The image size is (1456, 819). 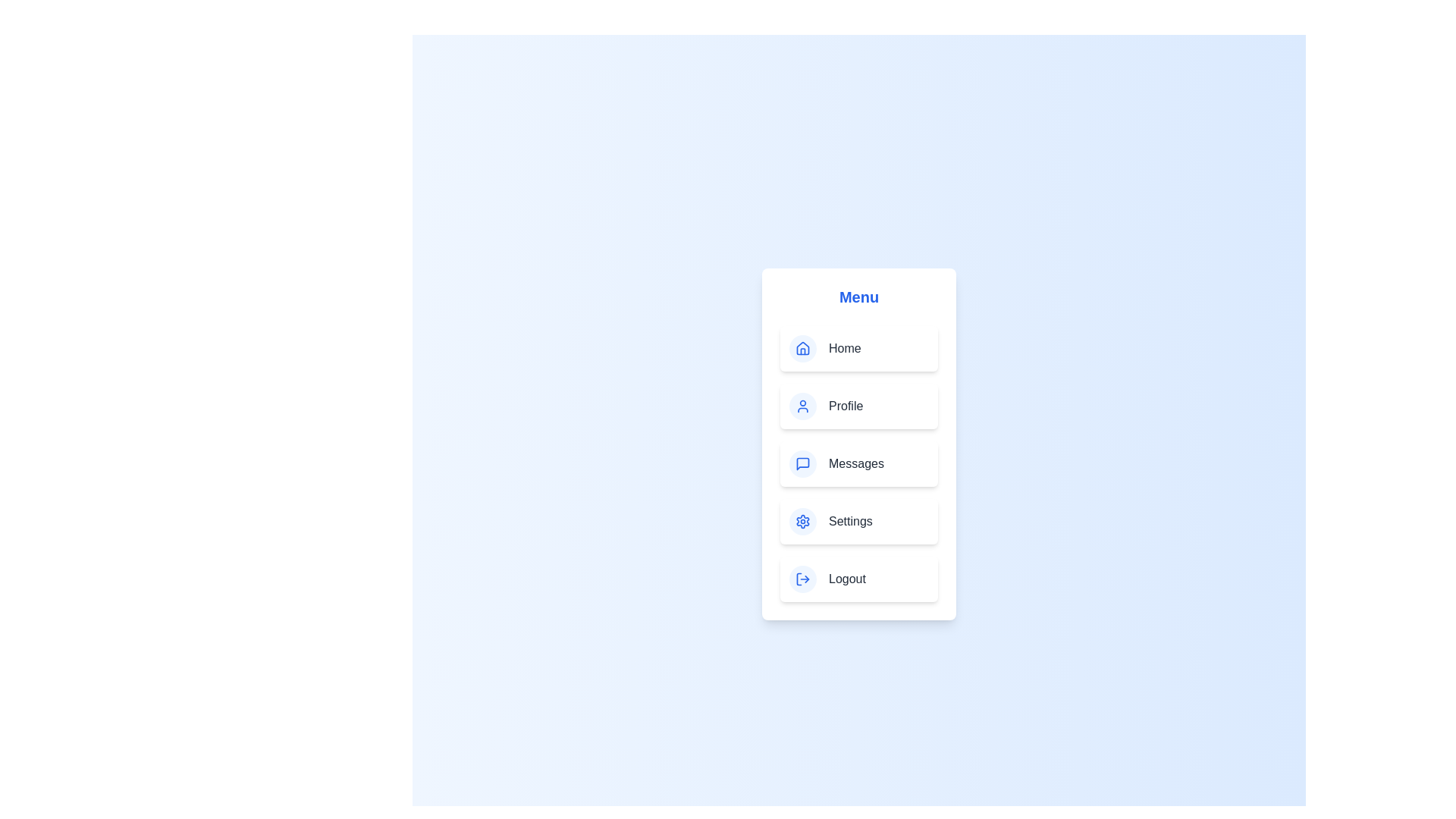 What do you see at coordinates (858, 348) in the screenshot?
I see `the menu item labeled Home` at bounding box center [858, 348].